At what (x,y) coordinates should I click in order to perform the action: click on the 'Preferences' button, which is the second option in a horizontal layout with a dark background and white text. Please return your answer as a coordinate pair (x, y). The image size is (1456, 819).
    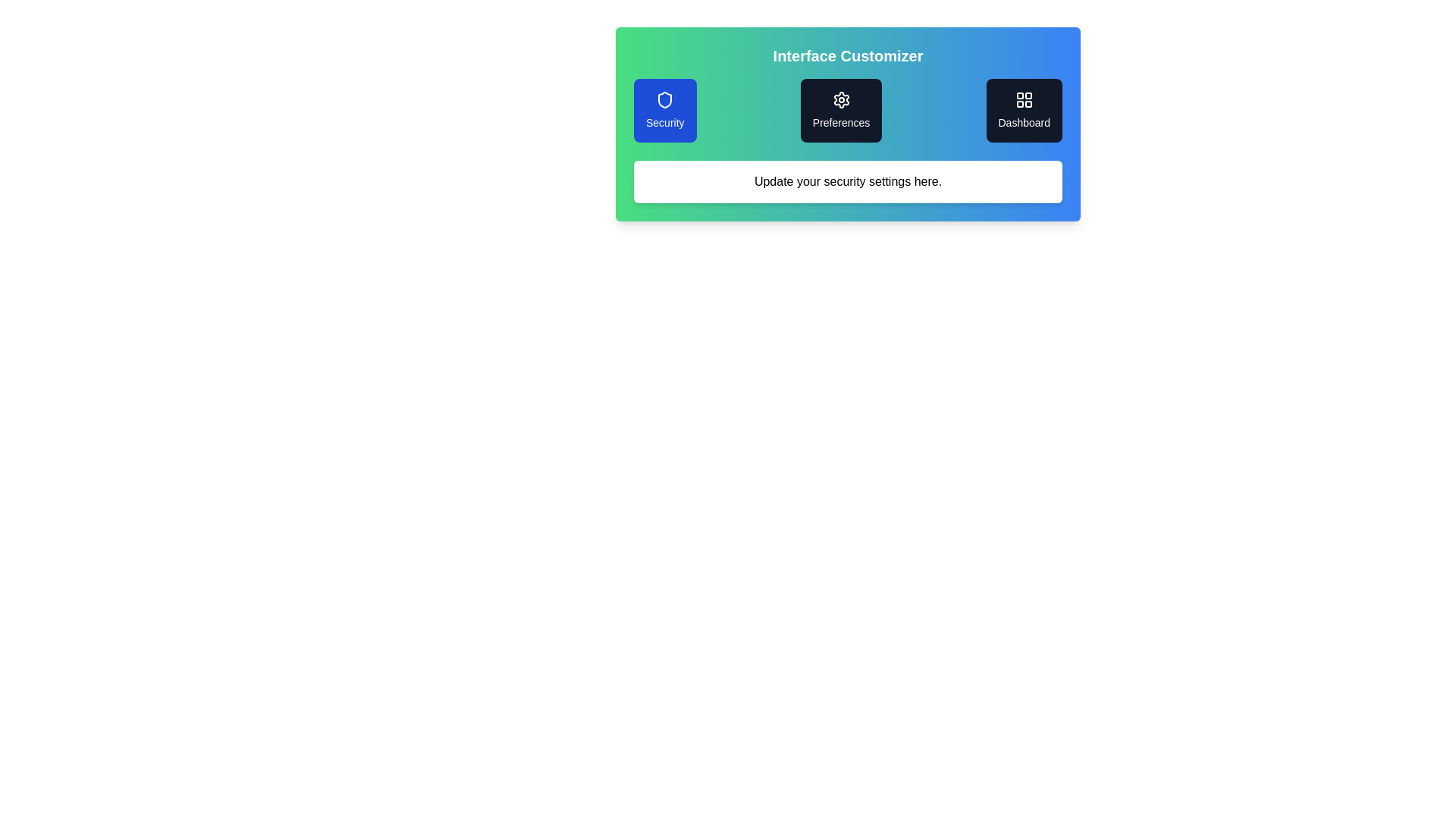
    Looking at the image, I should click on (847, 110).